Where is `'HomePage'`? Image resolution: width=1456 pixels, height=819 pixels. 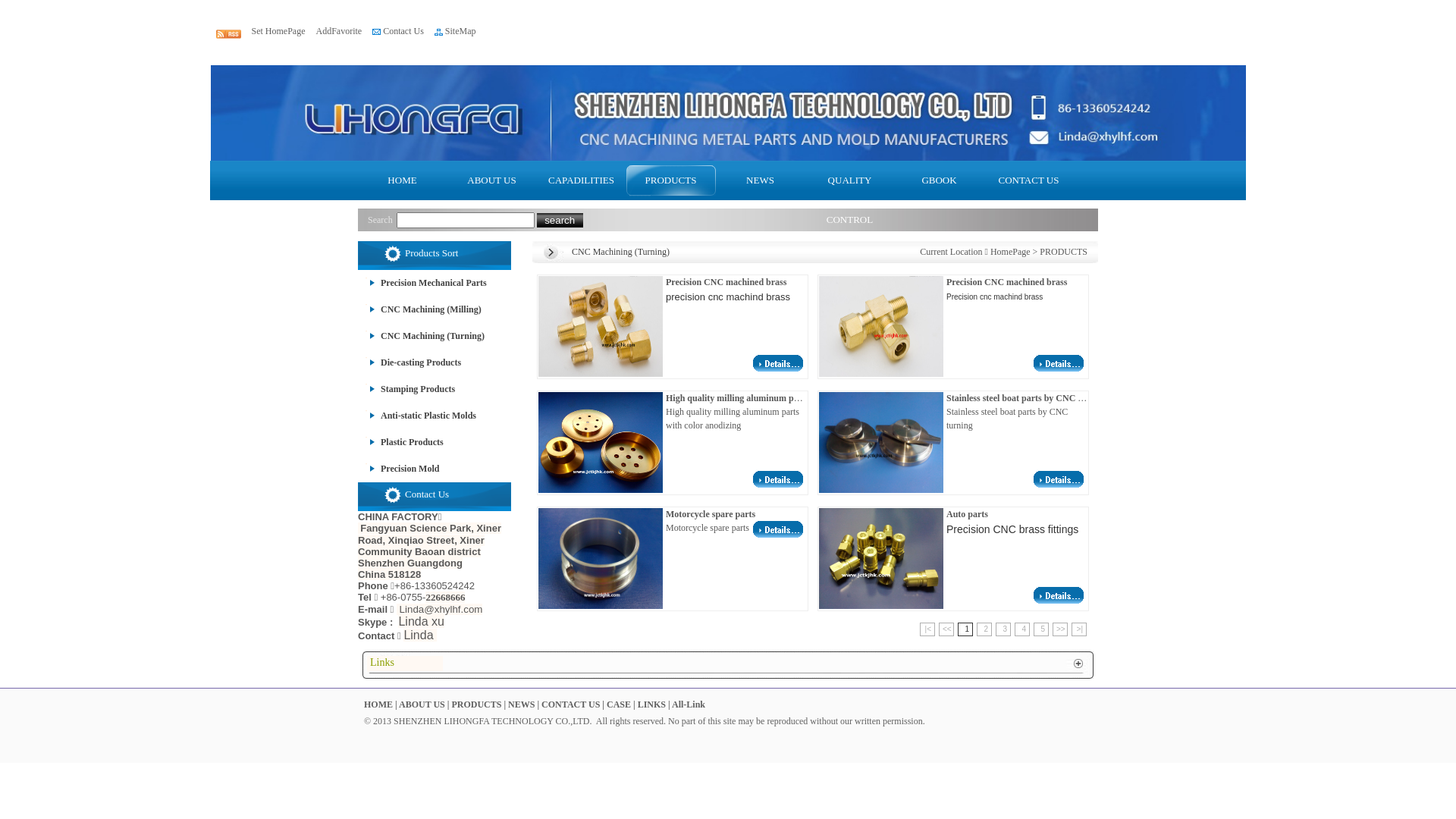 'HomePage' is located at coordinates (1010, 250).